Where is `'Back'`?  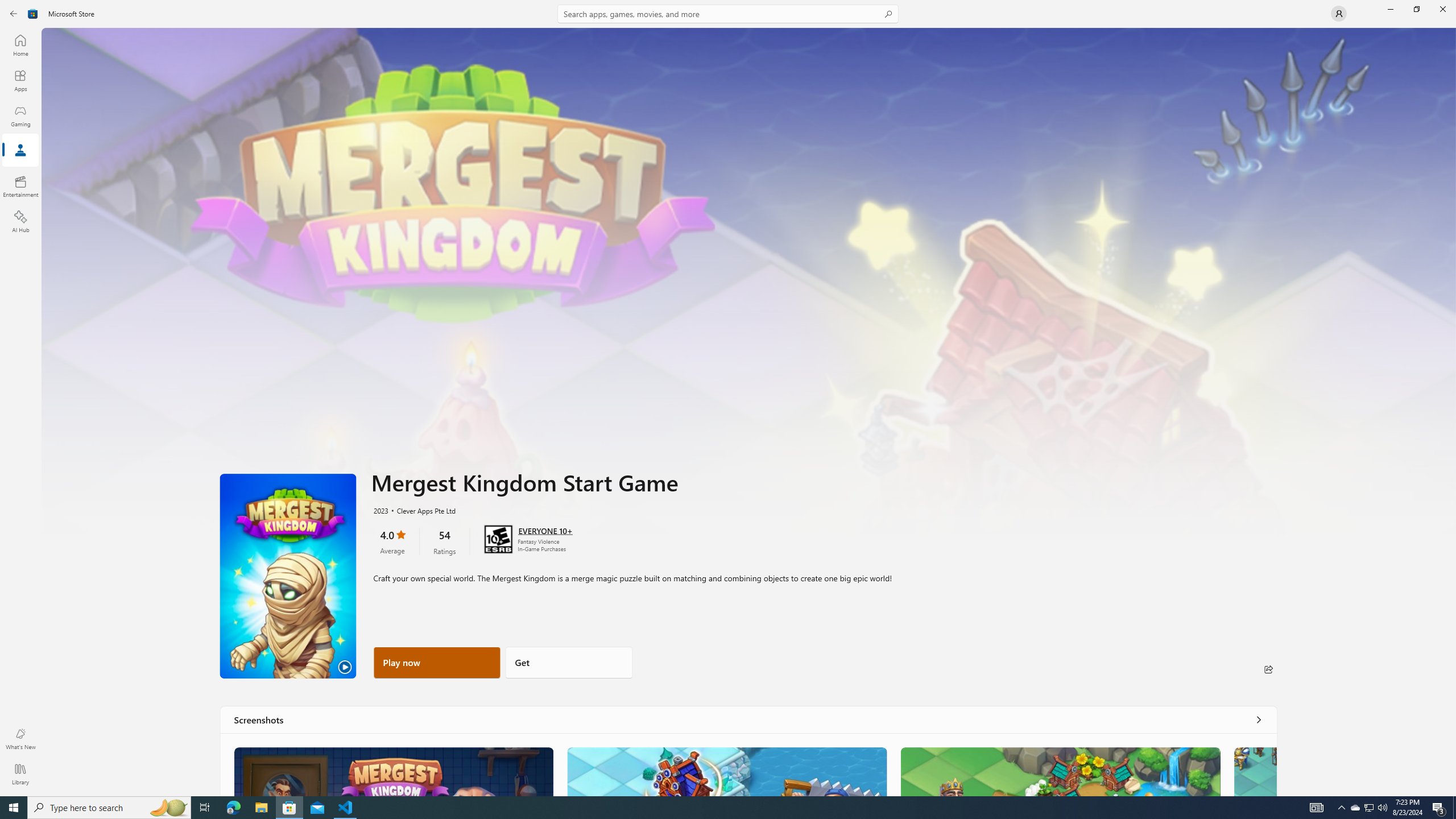
'Back' is located at coordinates (14, 13).